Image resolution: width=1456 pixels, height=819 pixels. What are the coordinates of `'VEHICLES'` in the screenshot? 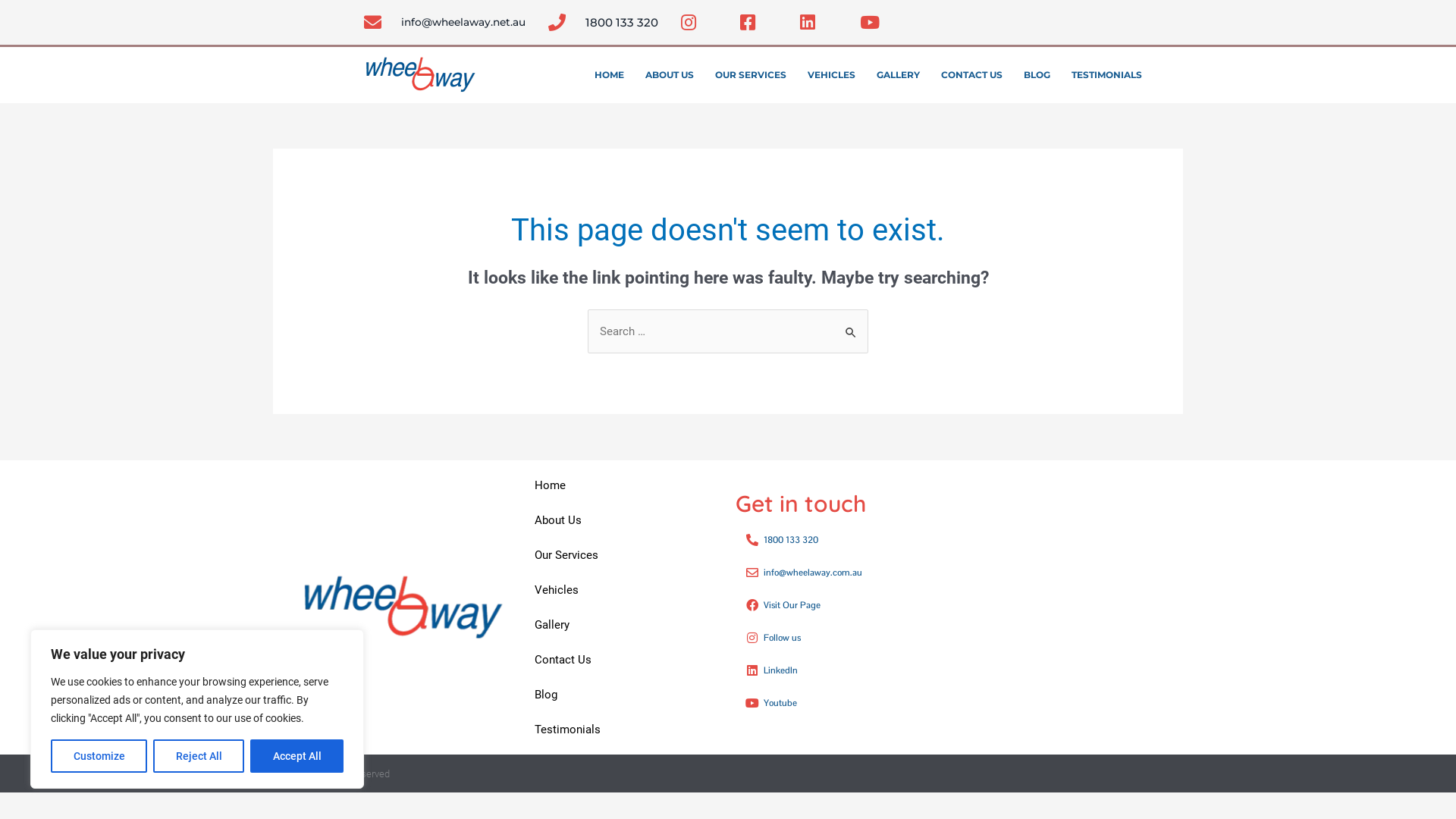 It's located at (830, 75).